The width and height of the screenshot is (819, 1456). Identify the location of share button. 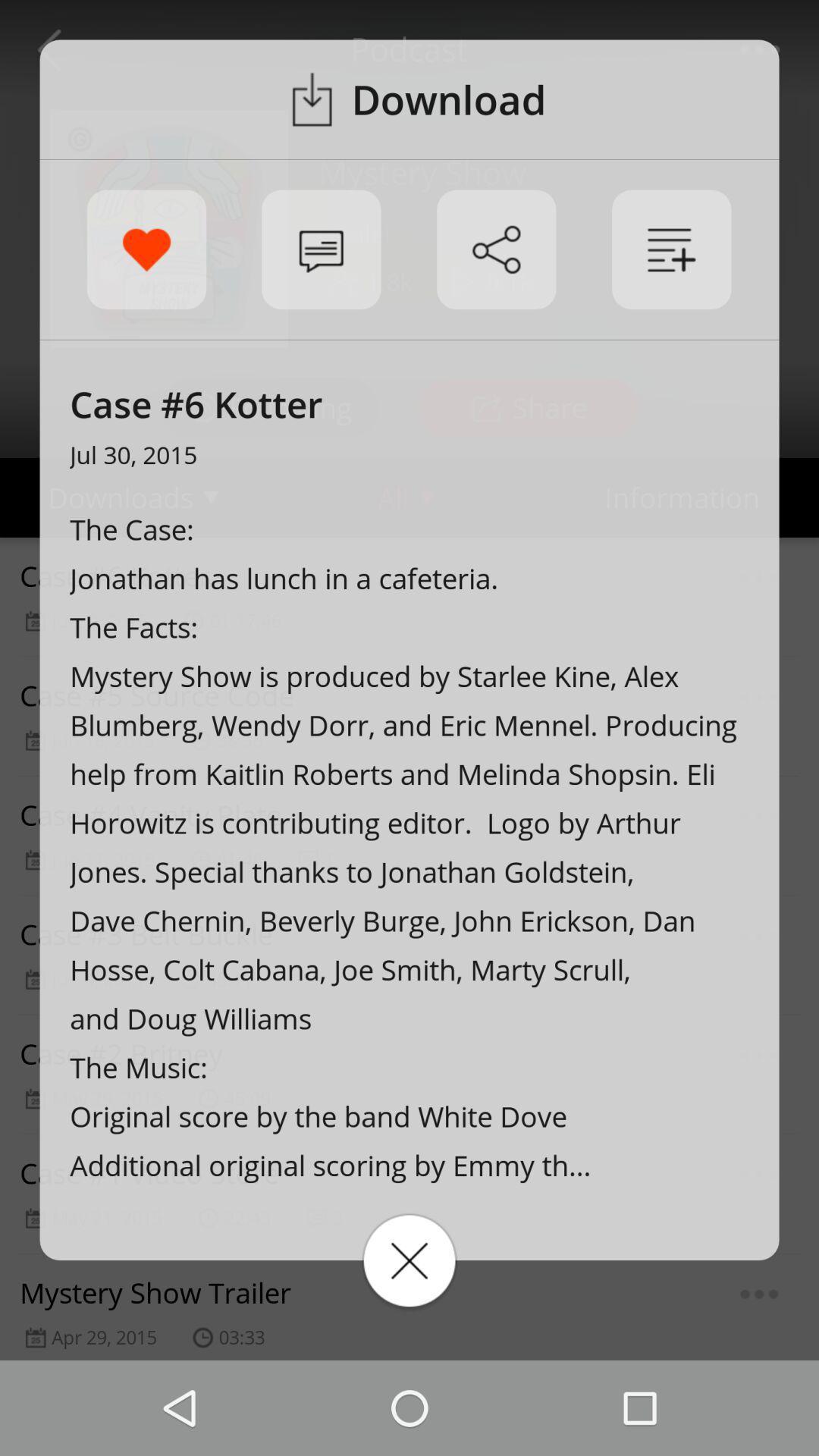
(496, 249).